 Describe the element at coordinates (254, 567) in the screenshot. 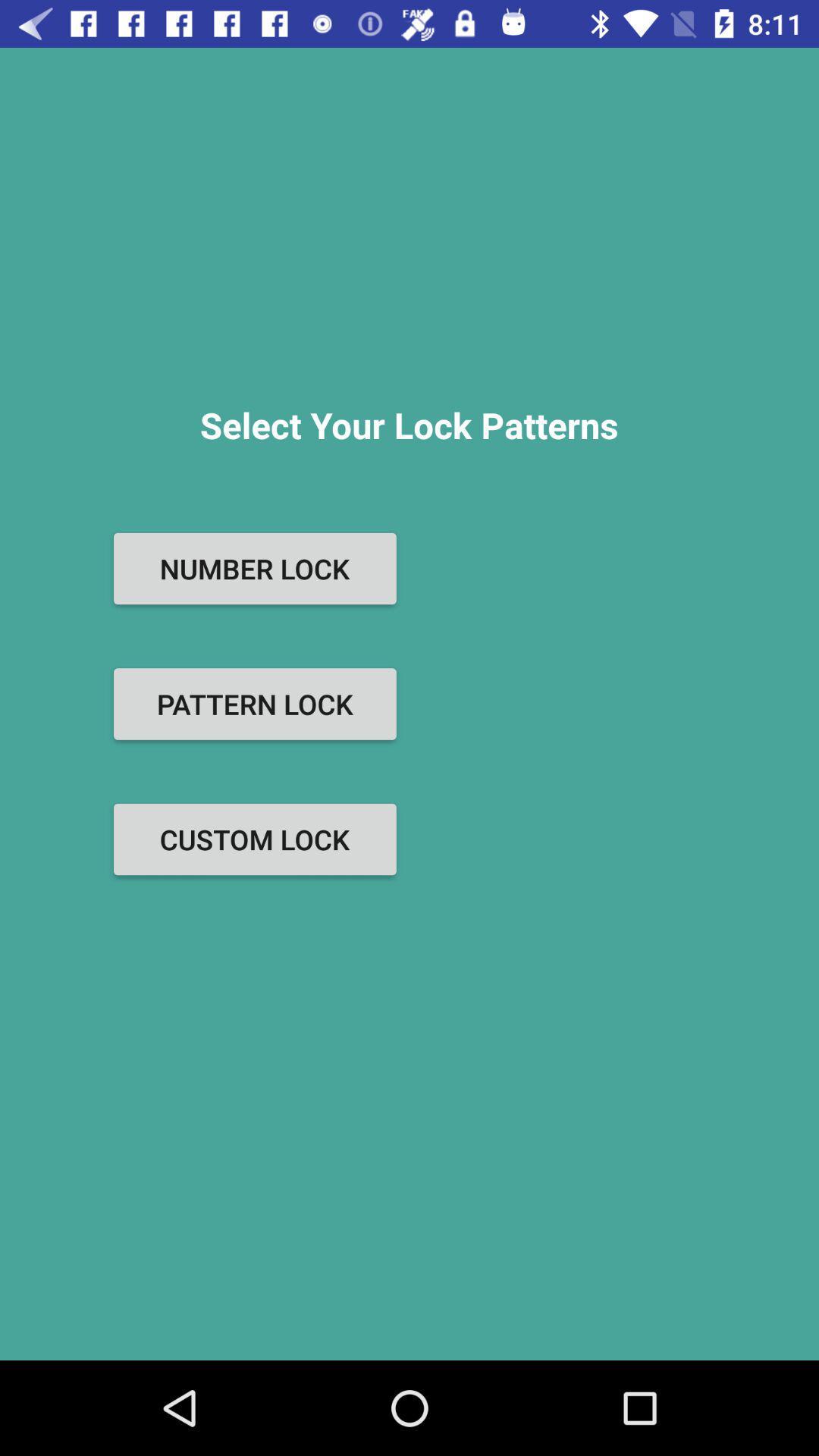

I see `item below select your lock` at that location.